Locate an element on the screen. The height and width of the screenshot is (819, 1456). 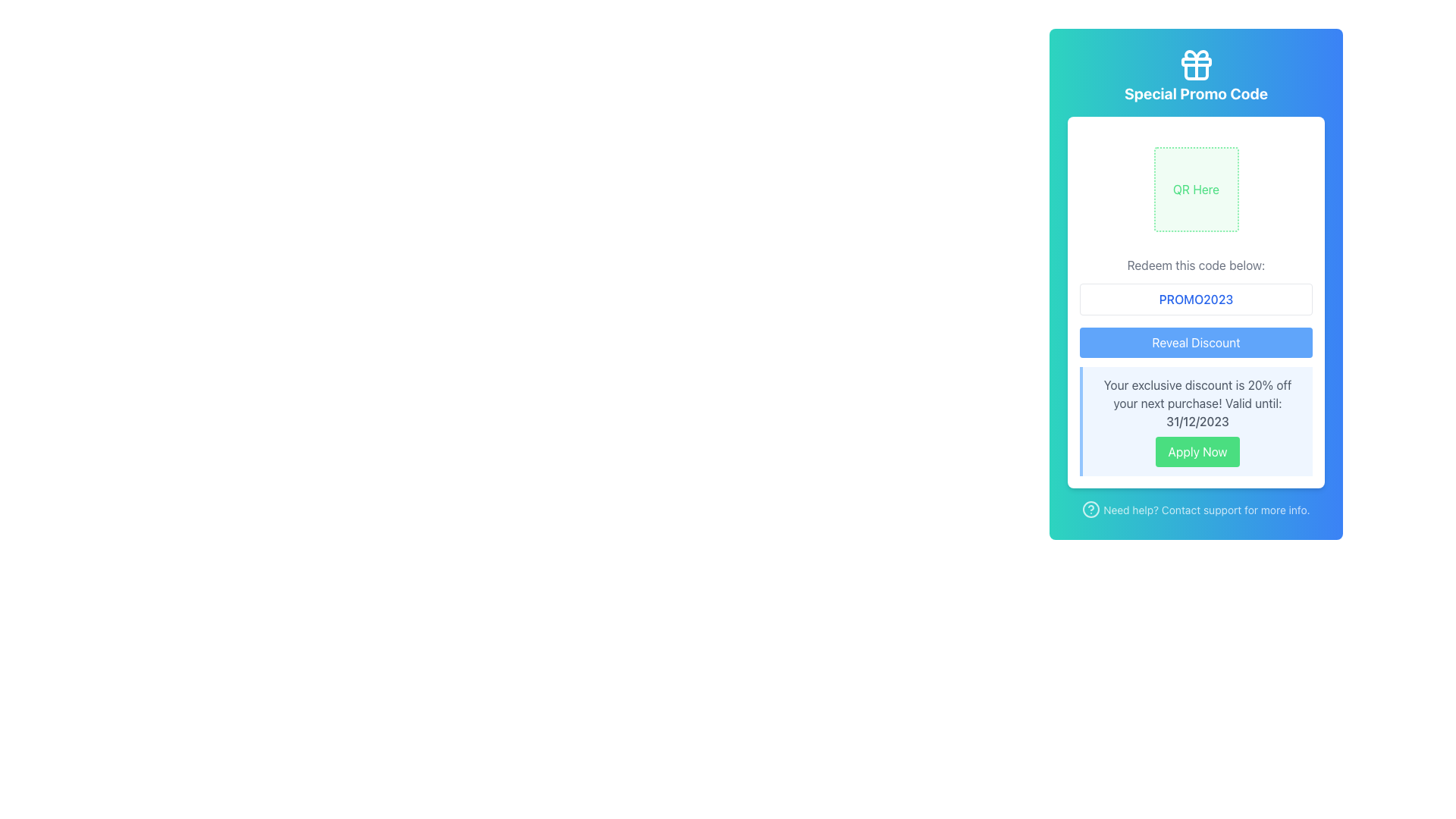
the static placeholder or display area for the QR code, located above the text field labeled 'Redeem this code below:' and the promotional code 'PROMO2023' is located at coordinates (1195, 189).